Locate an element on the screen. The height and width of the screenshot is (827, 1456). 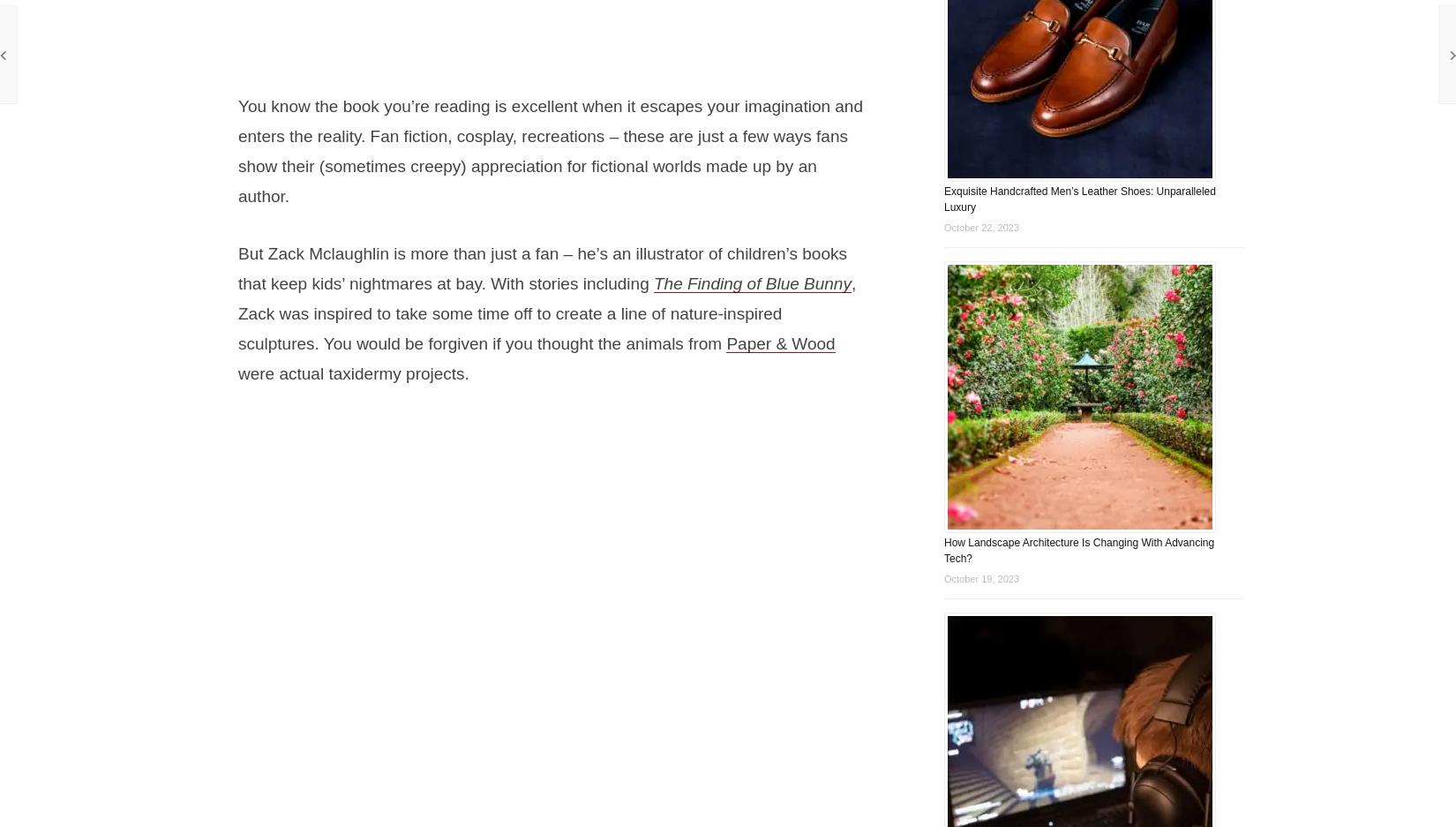
'October 19, 2023' is located at coordinates (981, 577).